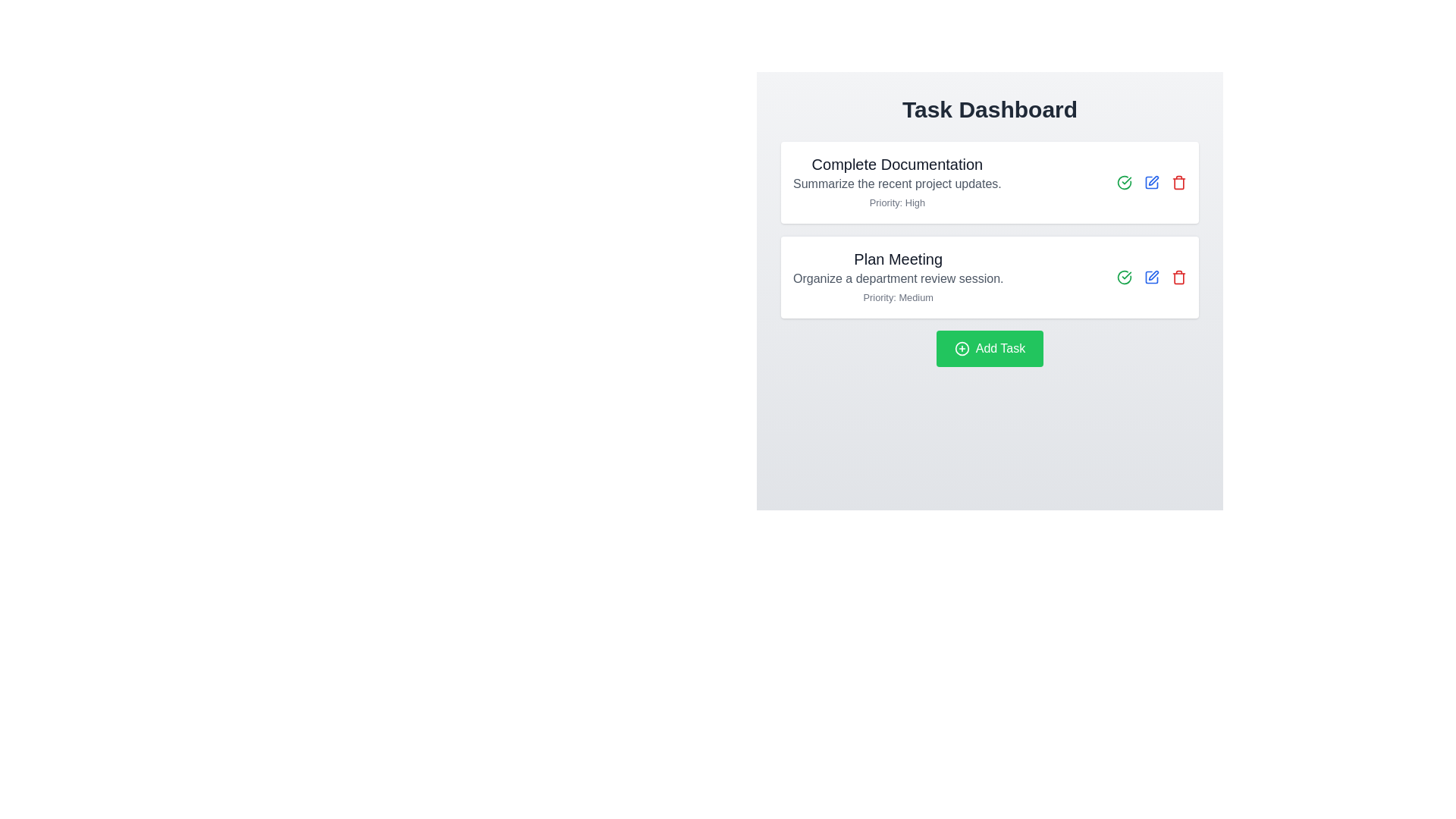 This screenshot has height=819, width=1456. Describe the element at coordinates (1178, 278) in the screenshot. I see `the trash bin icon, which is the last button in a group of action buttons for a task` at that location.